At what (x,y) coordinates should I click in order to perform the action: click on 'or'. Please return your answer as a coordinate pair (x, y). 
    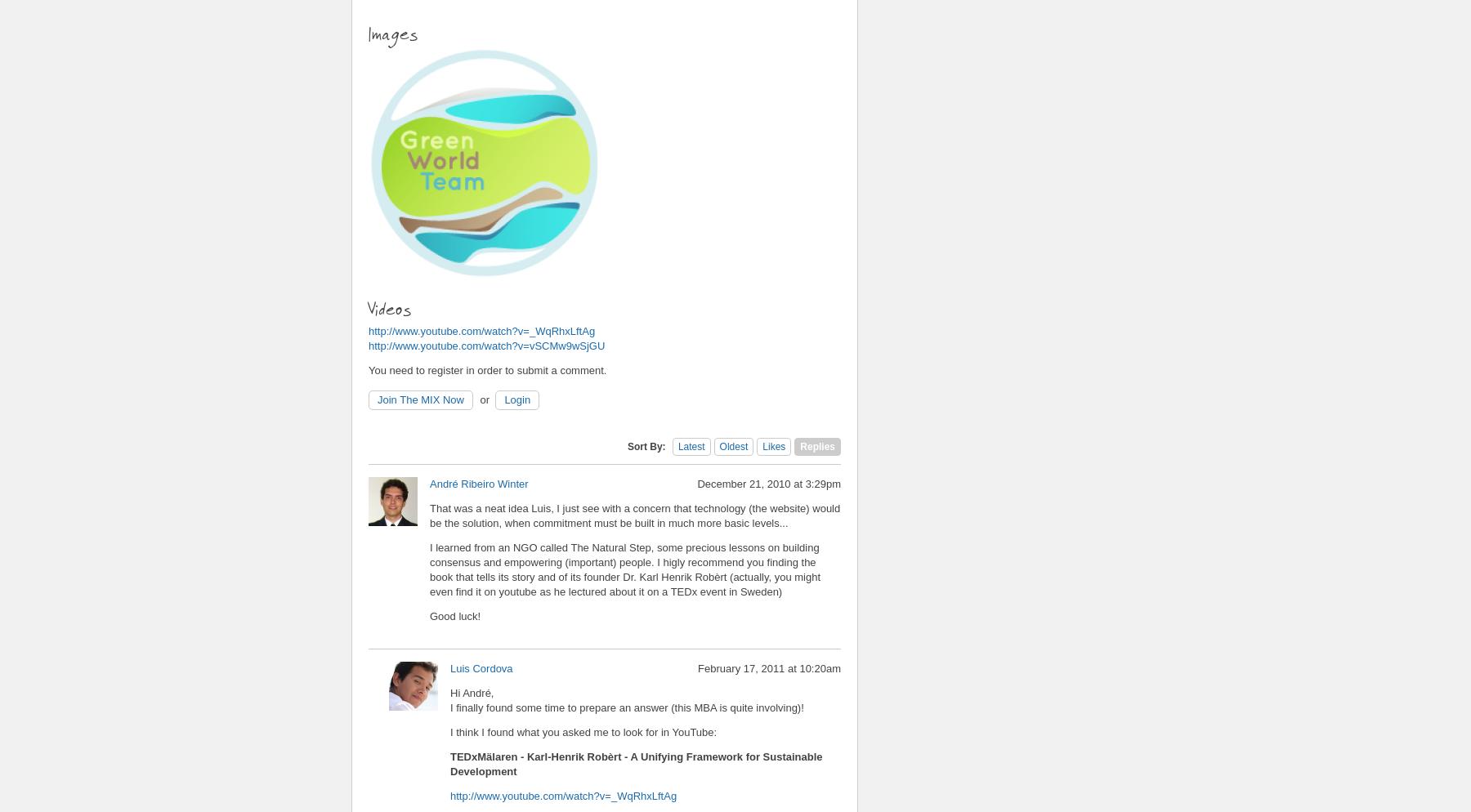
    Looking at the image, I should click on (485, 398).